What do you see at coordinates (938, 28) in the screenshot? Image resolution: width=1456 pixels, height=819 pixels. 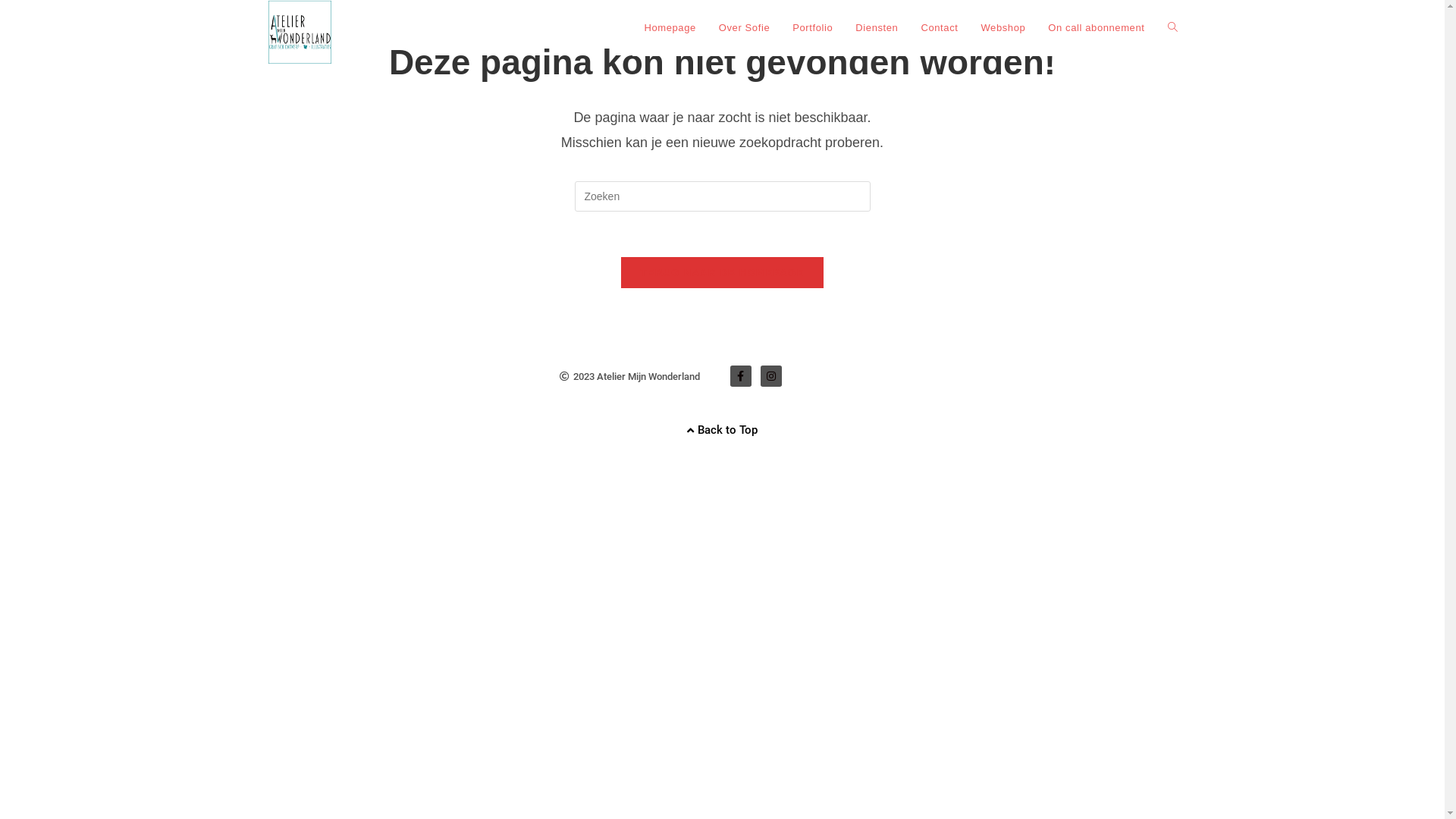 I see `'Contact'` at bounding box center [938, 28].